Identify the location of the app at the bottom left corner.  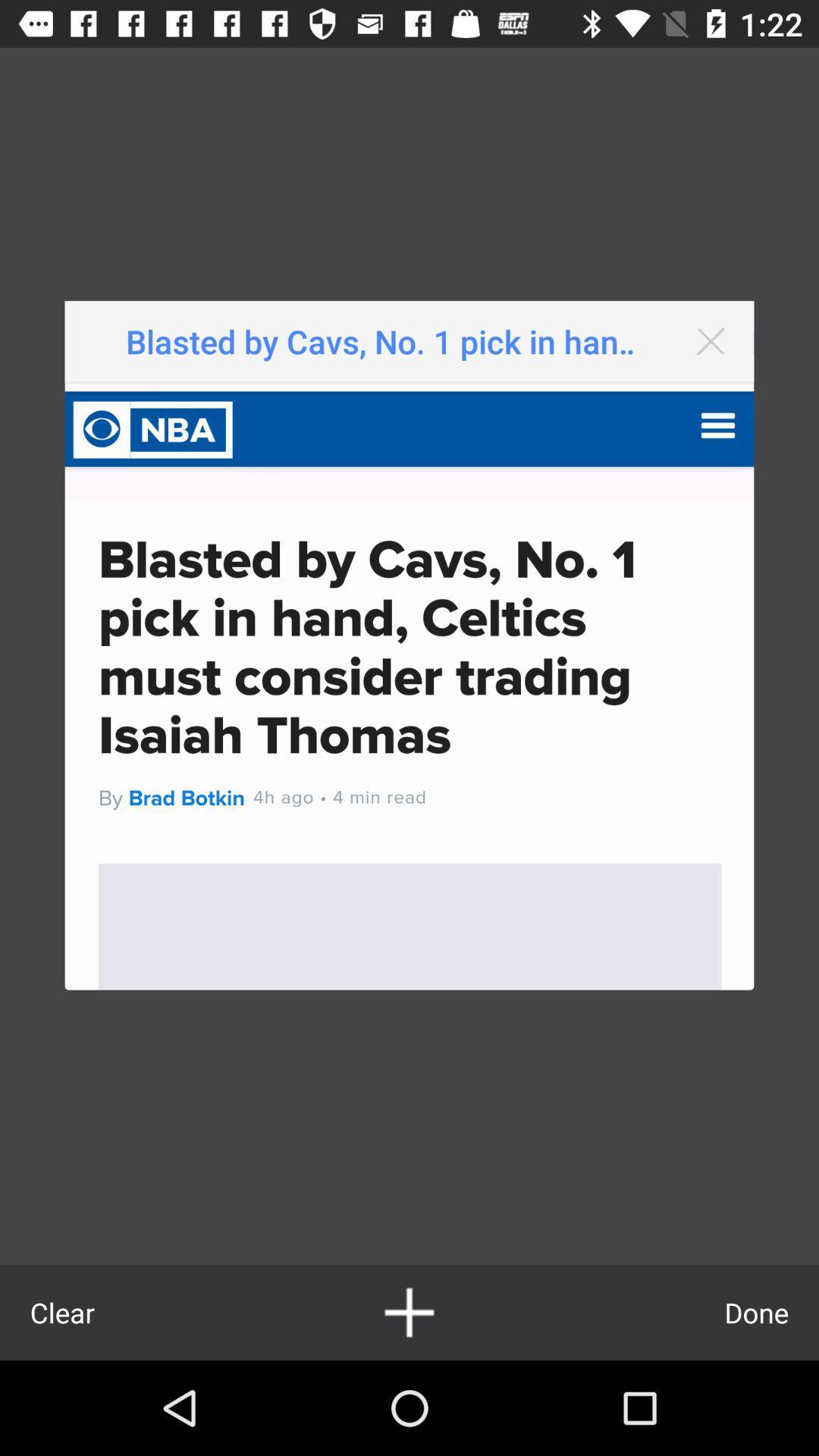
(61, 1312).